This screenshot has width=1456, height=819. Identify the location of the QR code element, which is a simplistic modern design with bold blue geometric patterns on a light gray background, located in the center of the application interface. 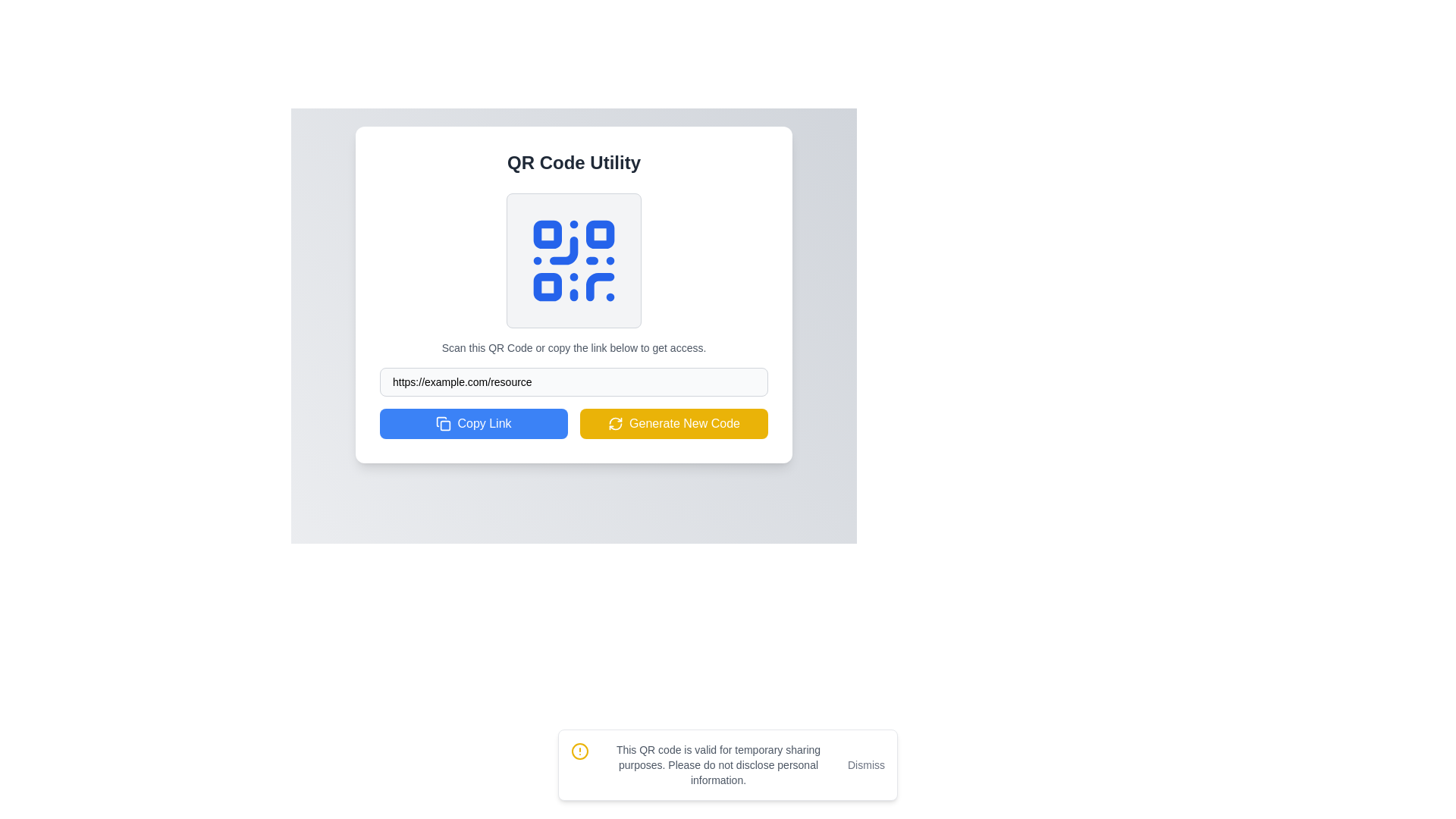
(573, 259).